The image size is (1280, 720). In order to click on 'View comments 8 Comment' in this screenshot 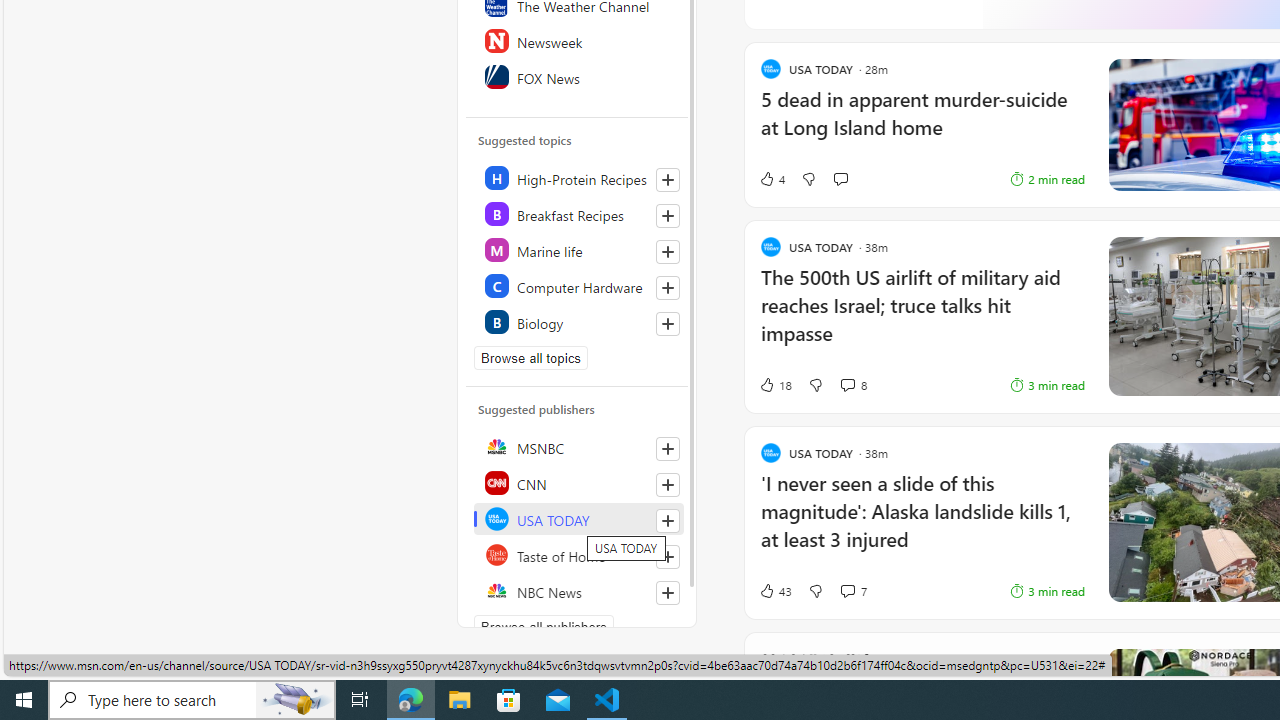, I will do `click(847, 385)`.